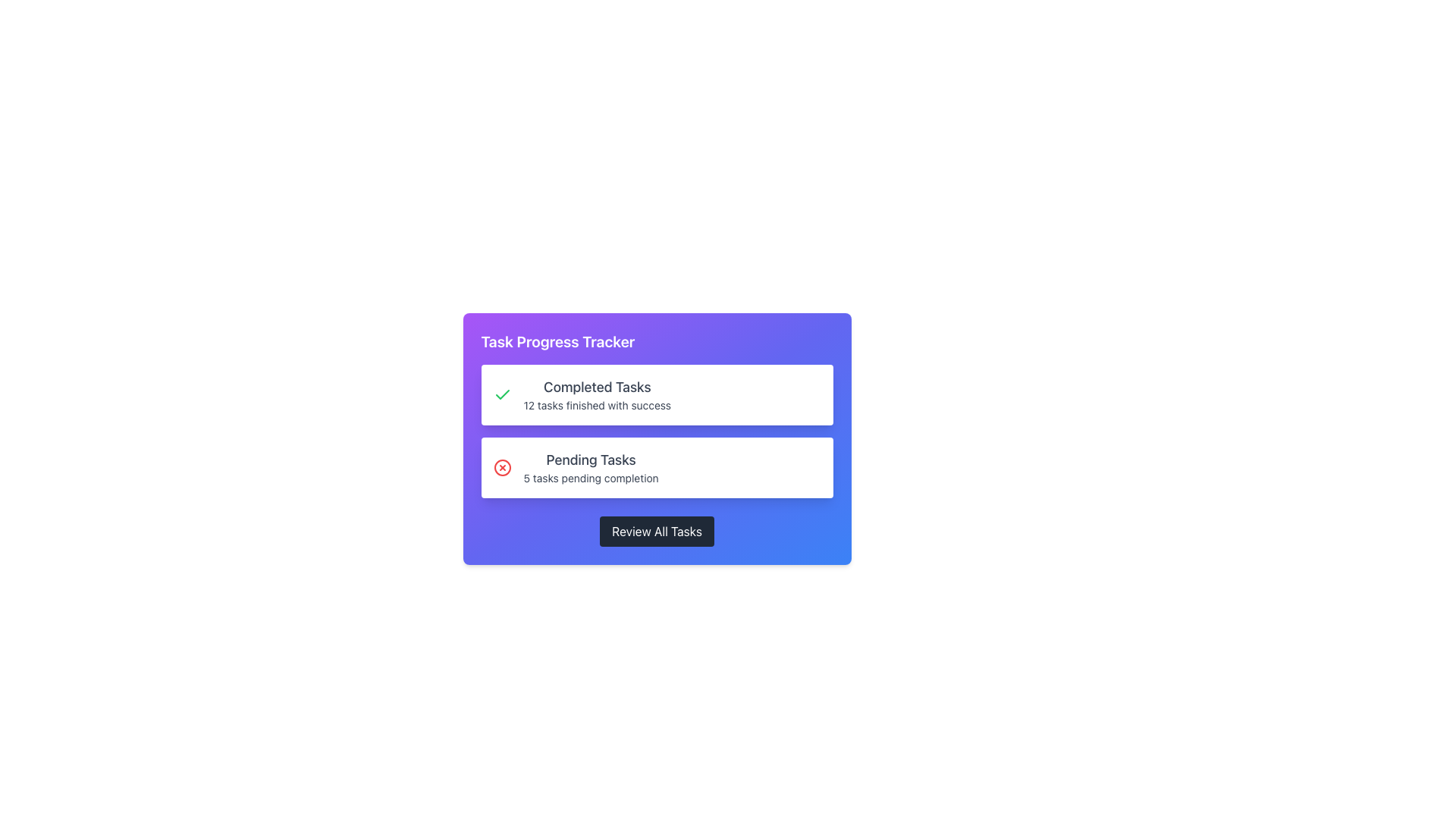 The image size is (1456, 819). Describe the element at coordinates (657, 531) in the screenshot. I see `the button labeled 'Review All Tasks' with a dark background and white text, located at the bottom of the 'Task Progress Tracker' panel` at that location.